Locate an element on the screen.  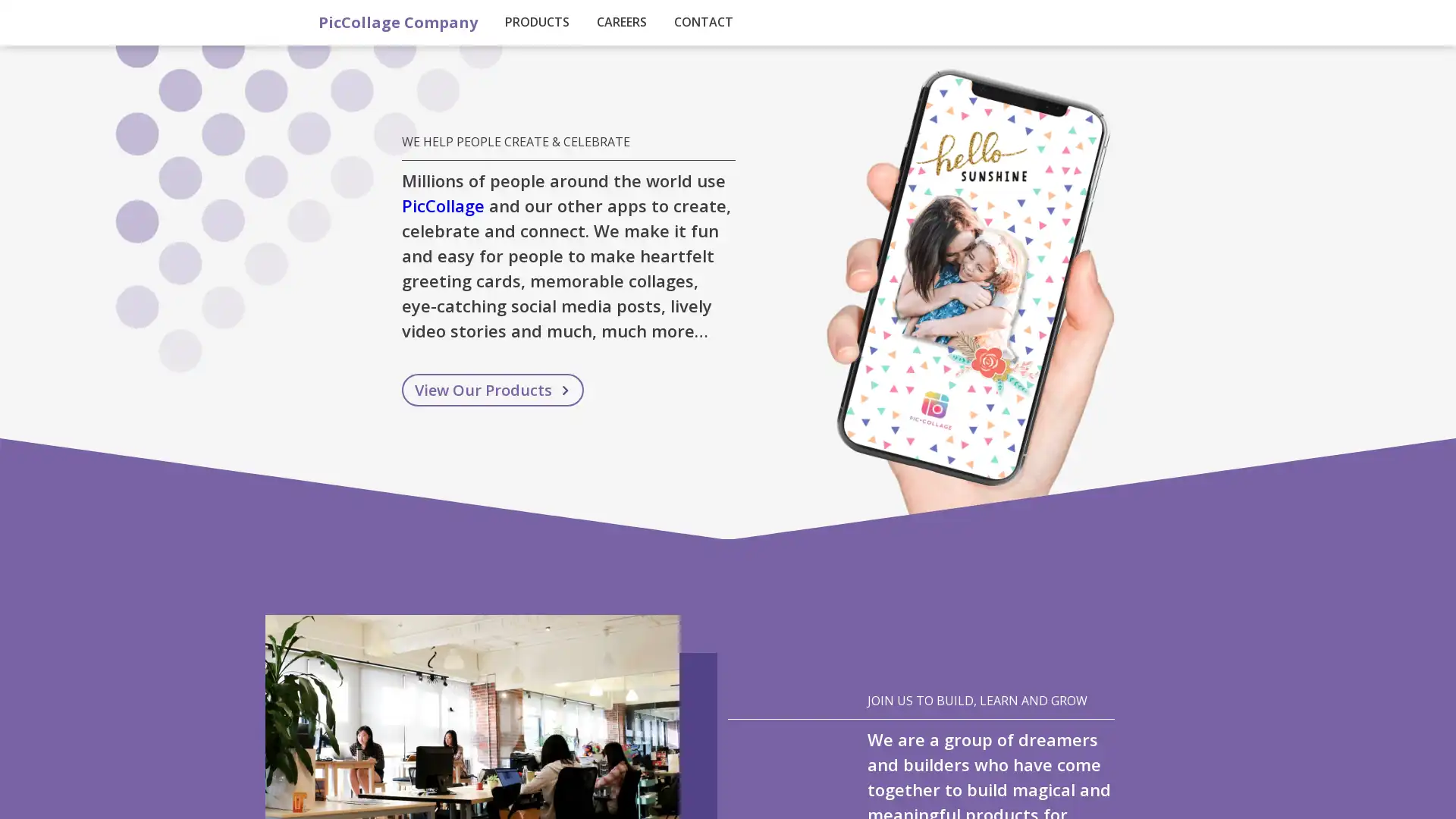
View Our Products next_active is located at coordinates (492, 389).